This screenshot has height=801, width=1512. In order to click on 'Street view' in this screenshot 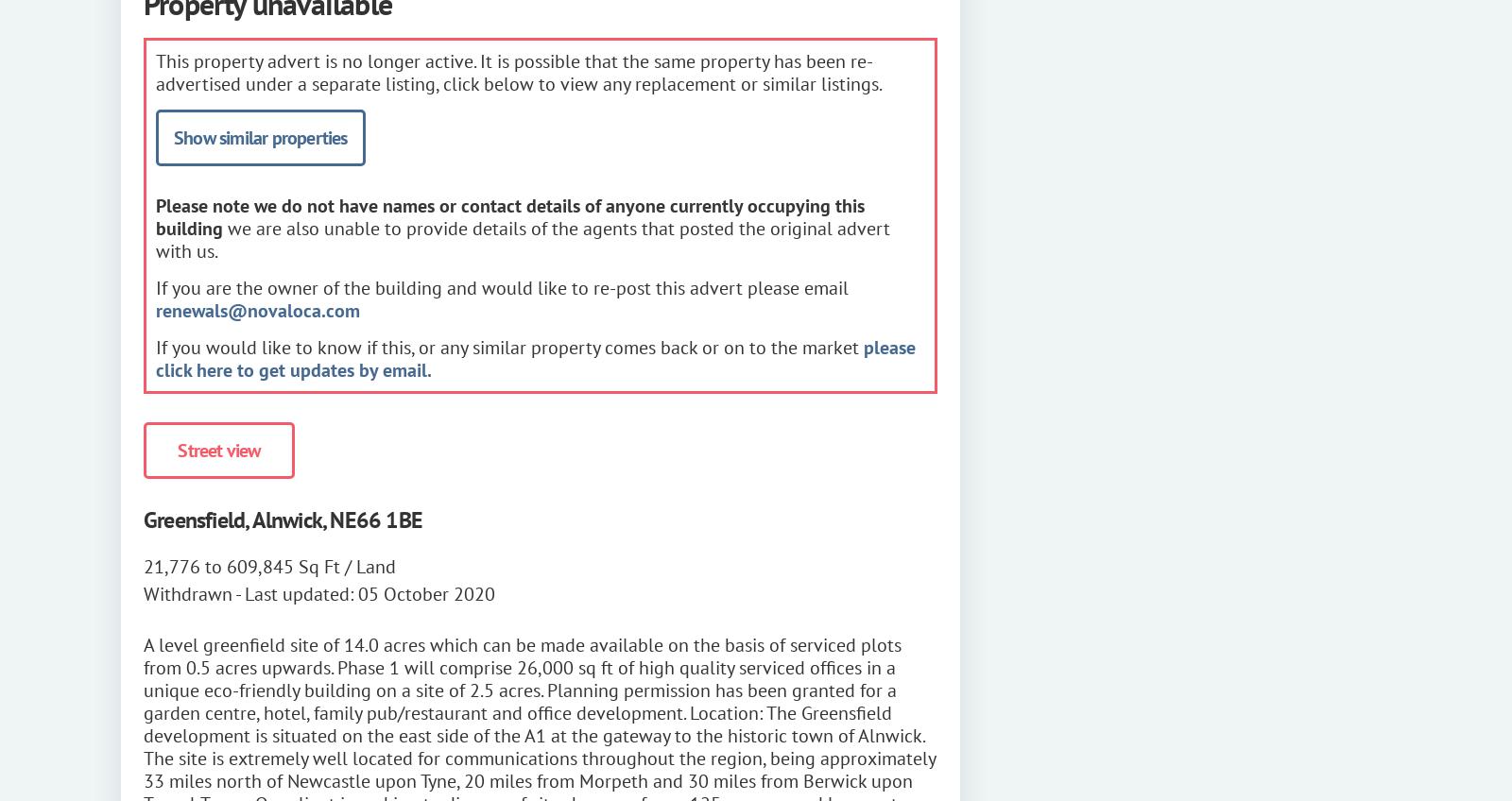, I will do `click(177, 448)`.